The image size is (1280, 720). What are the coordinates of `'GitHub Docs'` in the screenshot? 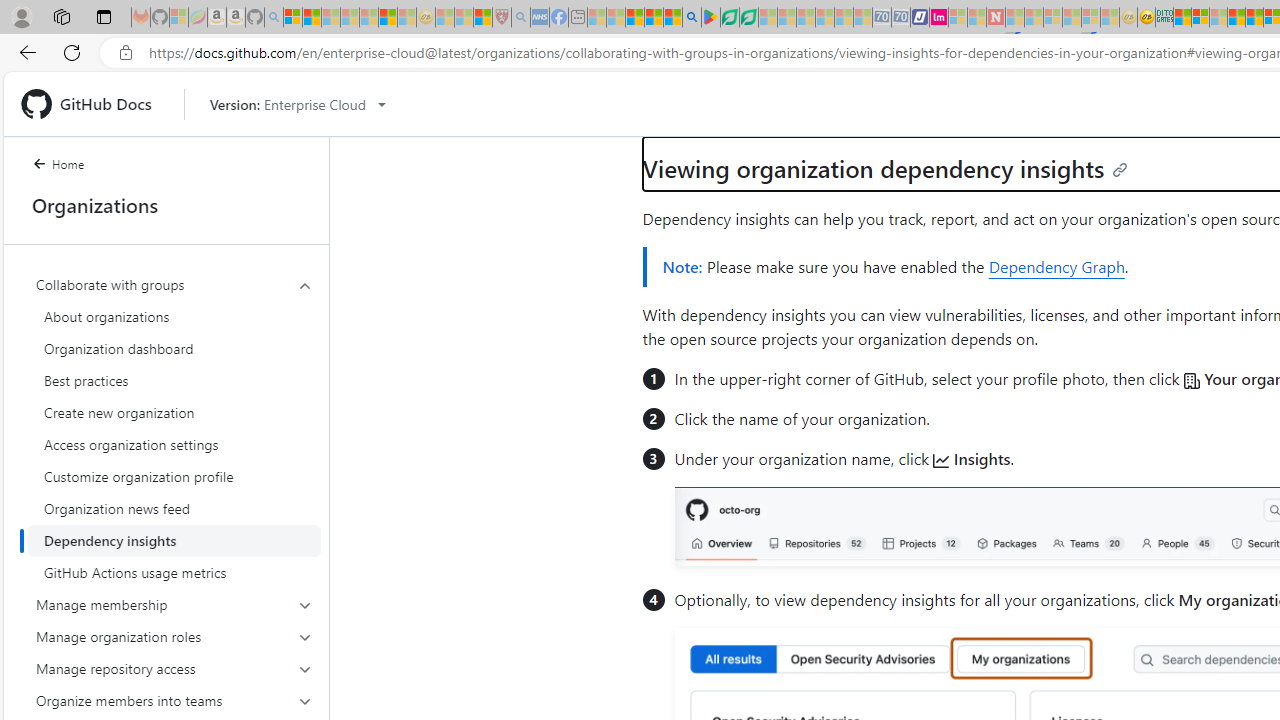 It's located at (93, 104).